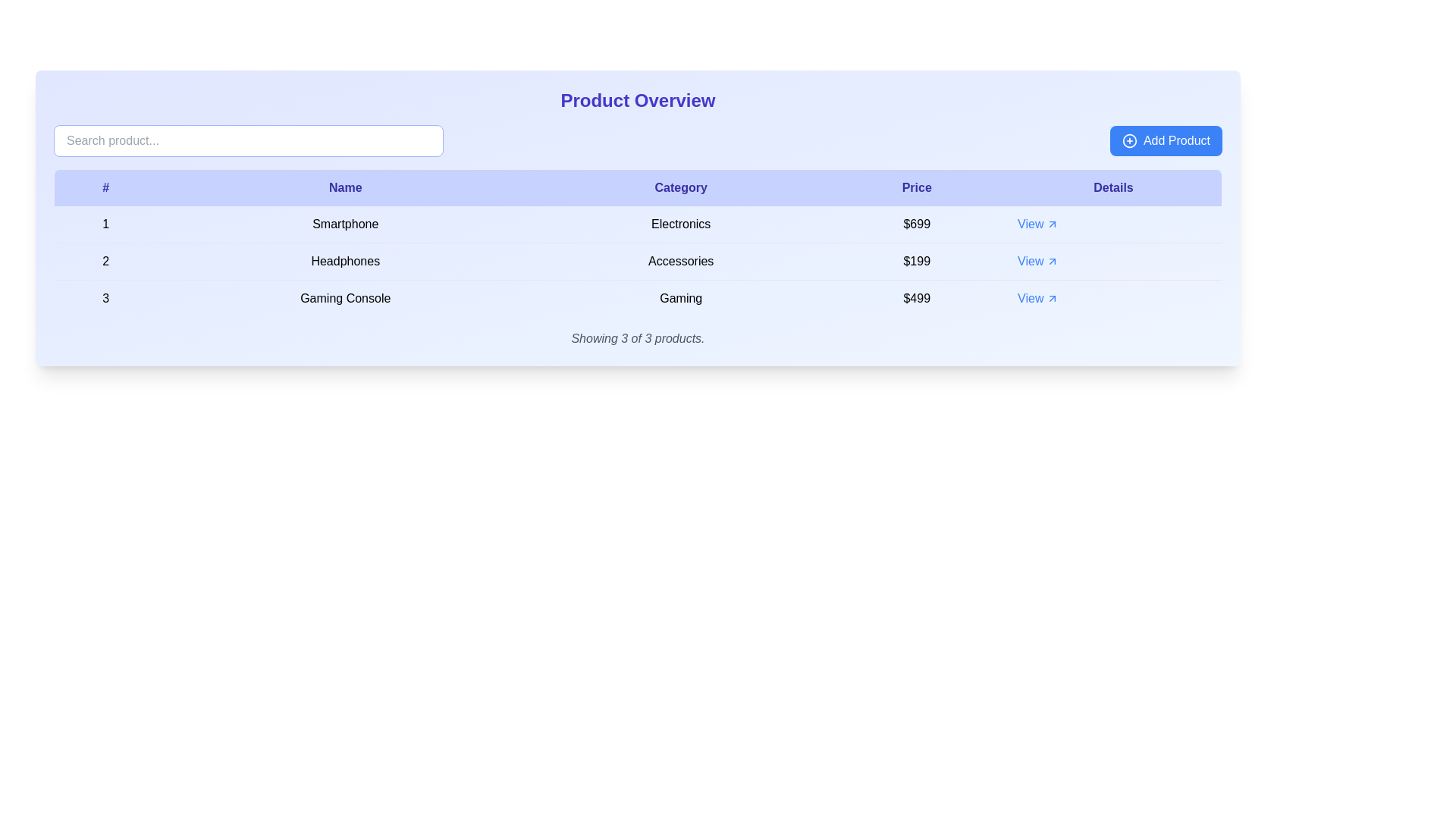  Describe the element at coordinates (344, 224) in the screenshot. I see `text content of the label displaying 'Smartphone' in a light gray background, located in the 'Name' column of the first data row in the table` at that location.